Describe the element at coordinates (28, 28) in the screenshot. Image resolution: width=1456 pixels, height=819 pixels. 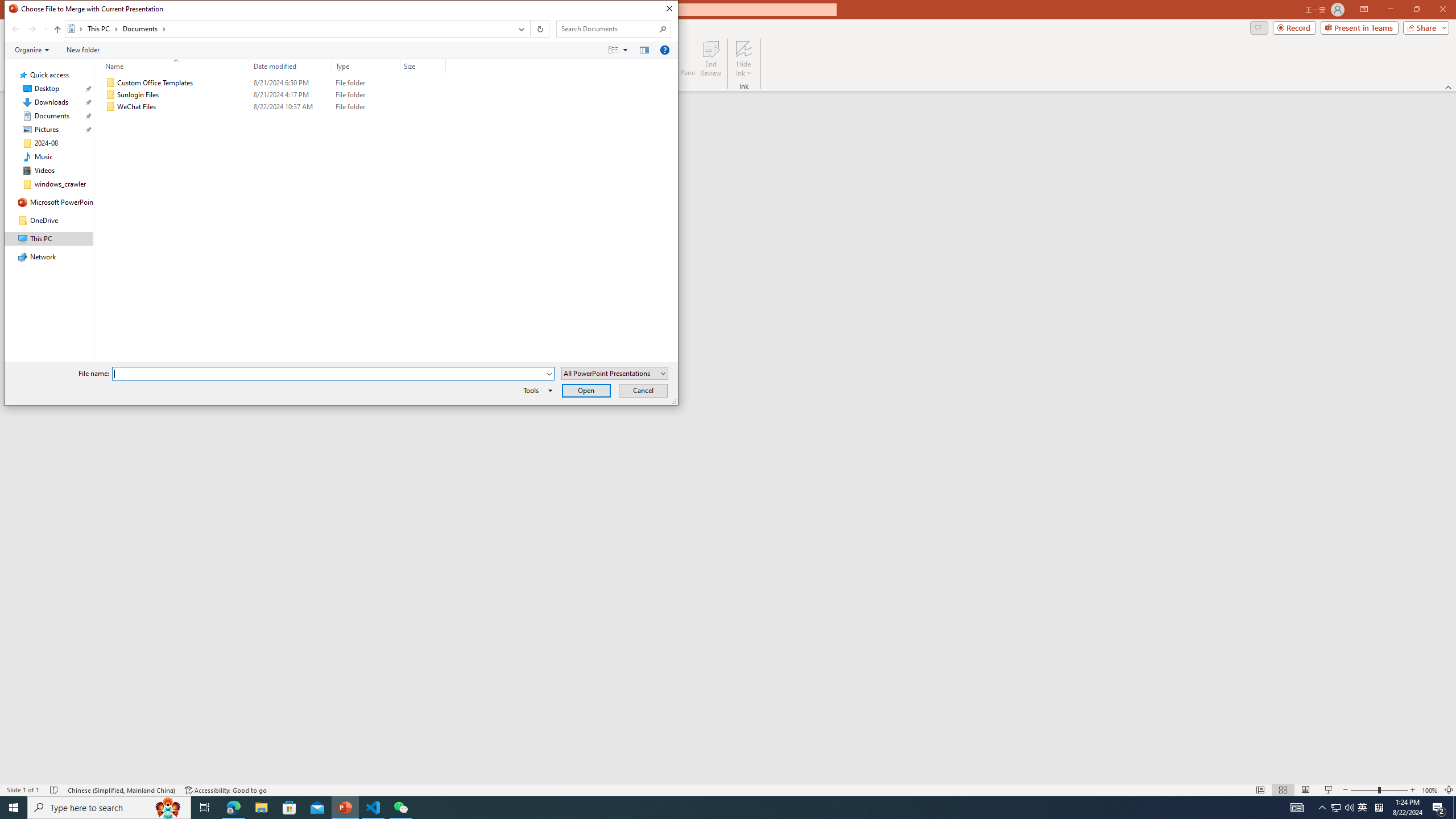
I see `'Navigation buttons'` at that location.